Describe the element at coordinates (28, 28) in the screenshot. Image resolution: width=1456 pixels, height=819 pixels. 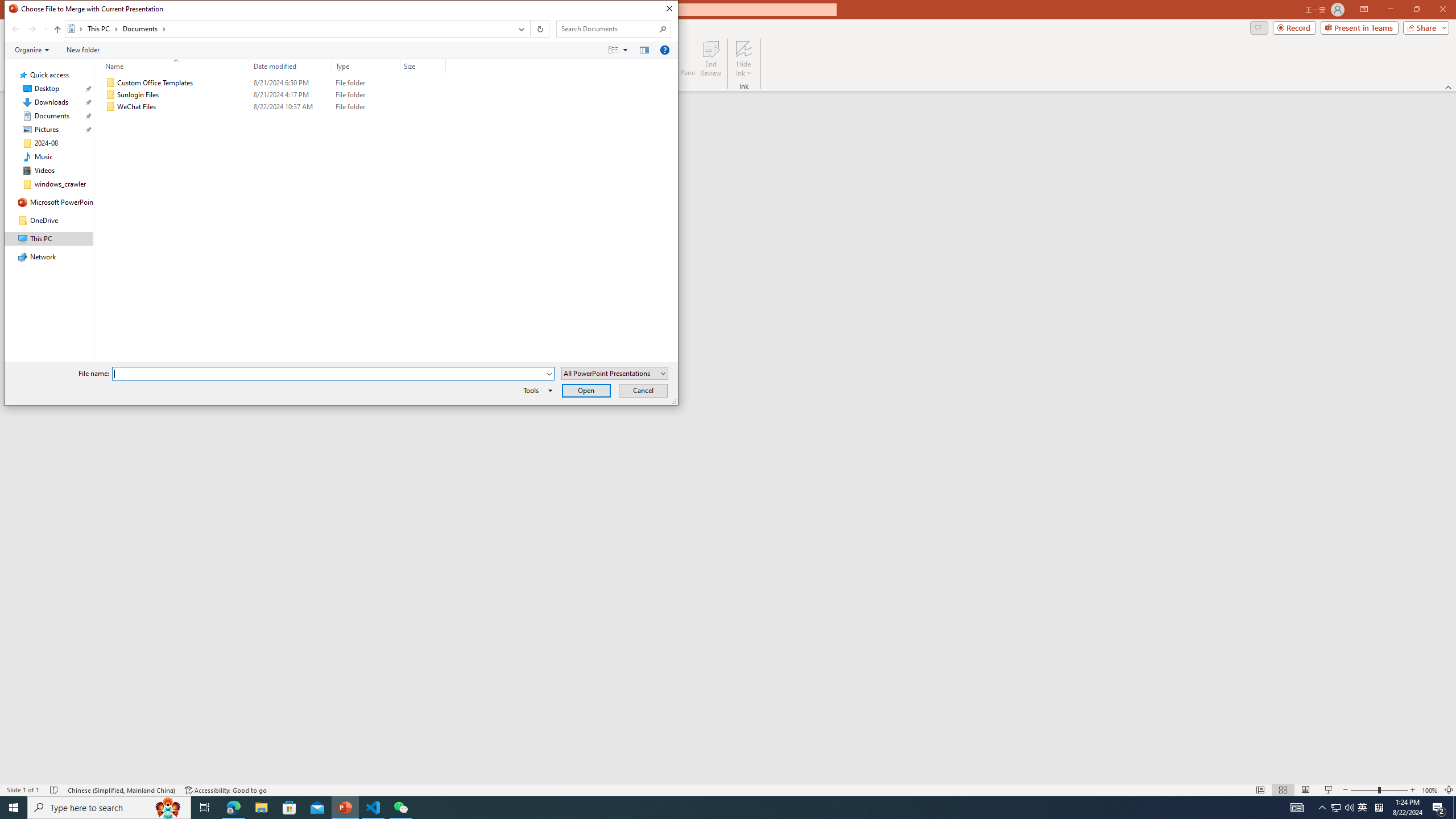
I see `'Navigation buttons'` at that location.